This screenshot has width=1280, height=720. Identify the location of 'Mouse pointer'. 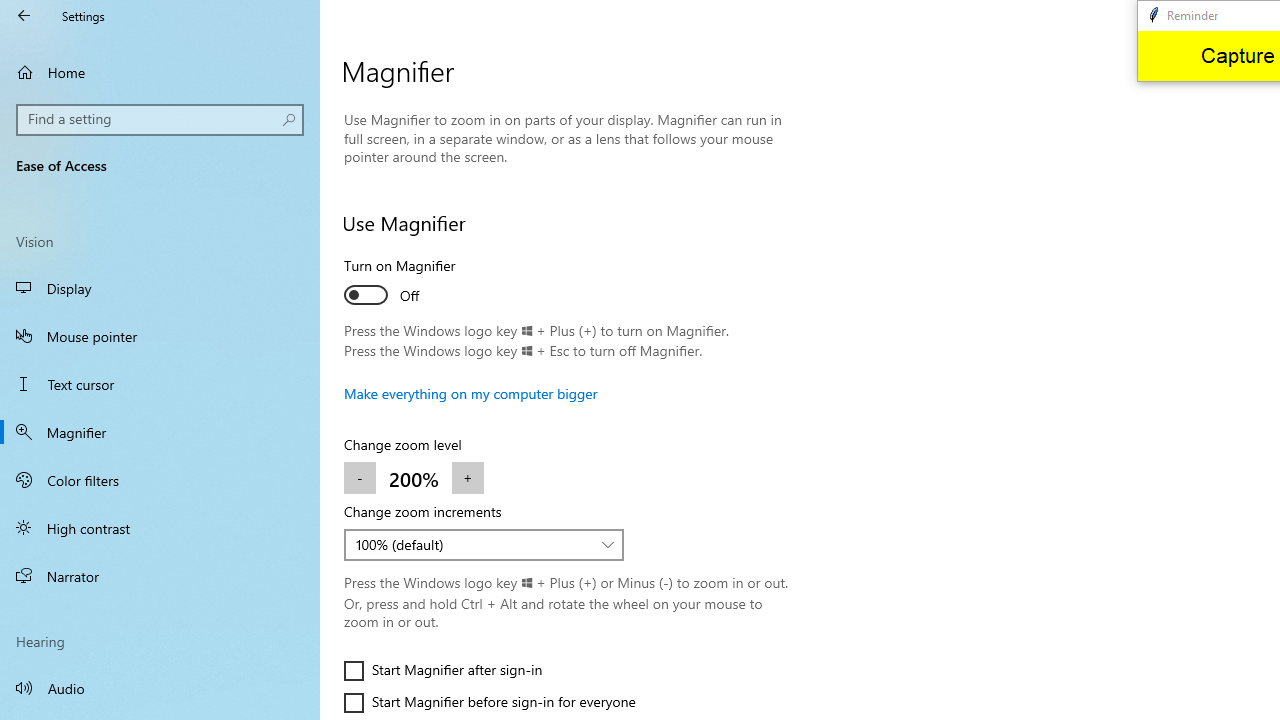
(160, 334).